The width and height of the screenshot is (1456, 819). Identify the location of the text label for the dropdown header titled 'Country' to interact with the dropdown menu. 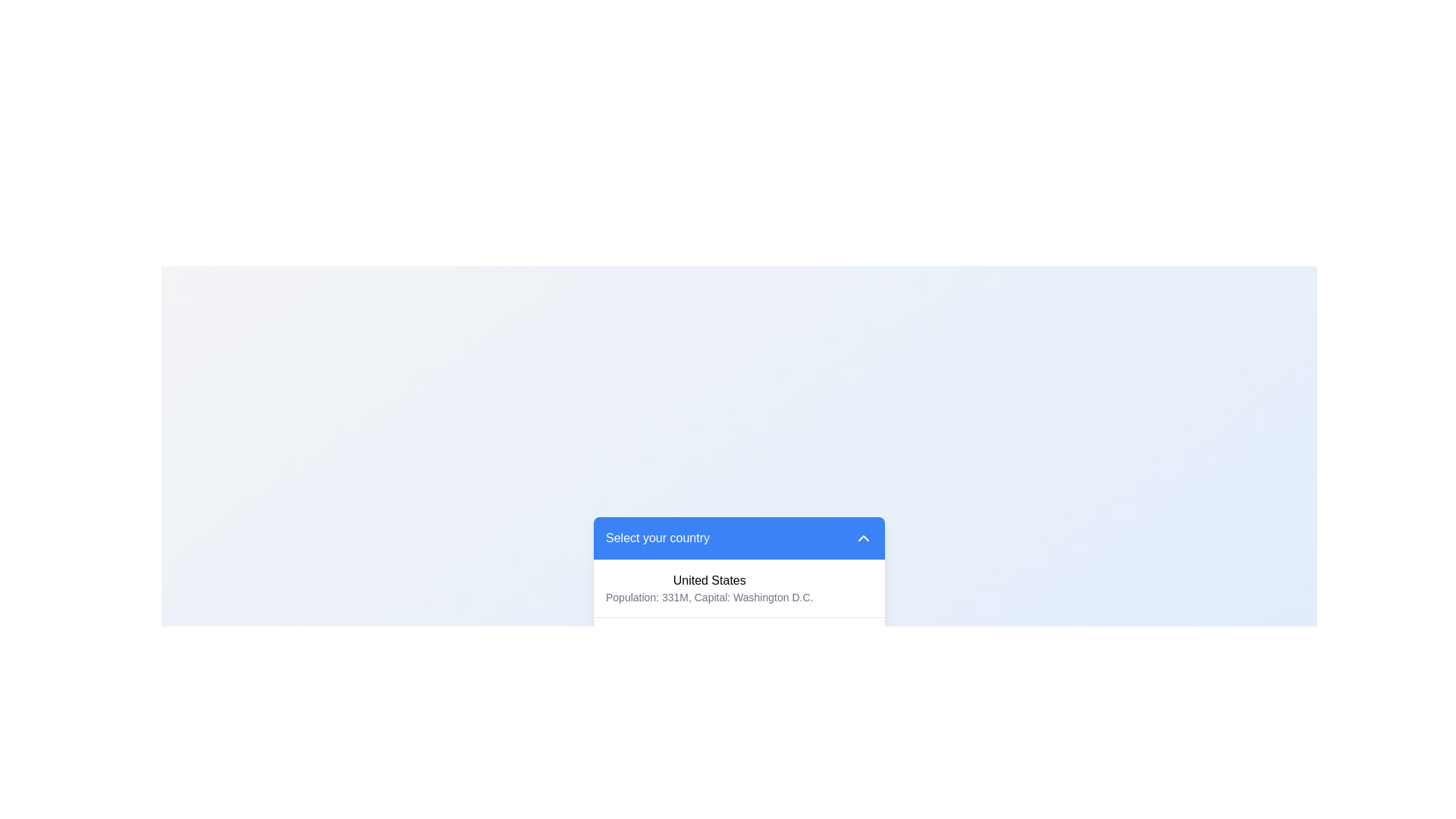
(657, 537).